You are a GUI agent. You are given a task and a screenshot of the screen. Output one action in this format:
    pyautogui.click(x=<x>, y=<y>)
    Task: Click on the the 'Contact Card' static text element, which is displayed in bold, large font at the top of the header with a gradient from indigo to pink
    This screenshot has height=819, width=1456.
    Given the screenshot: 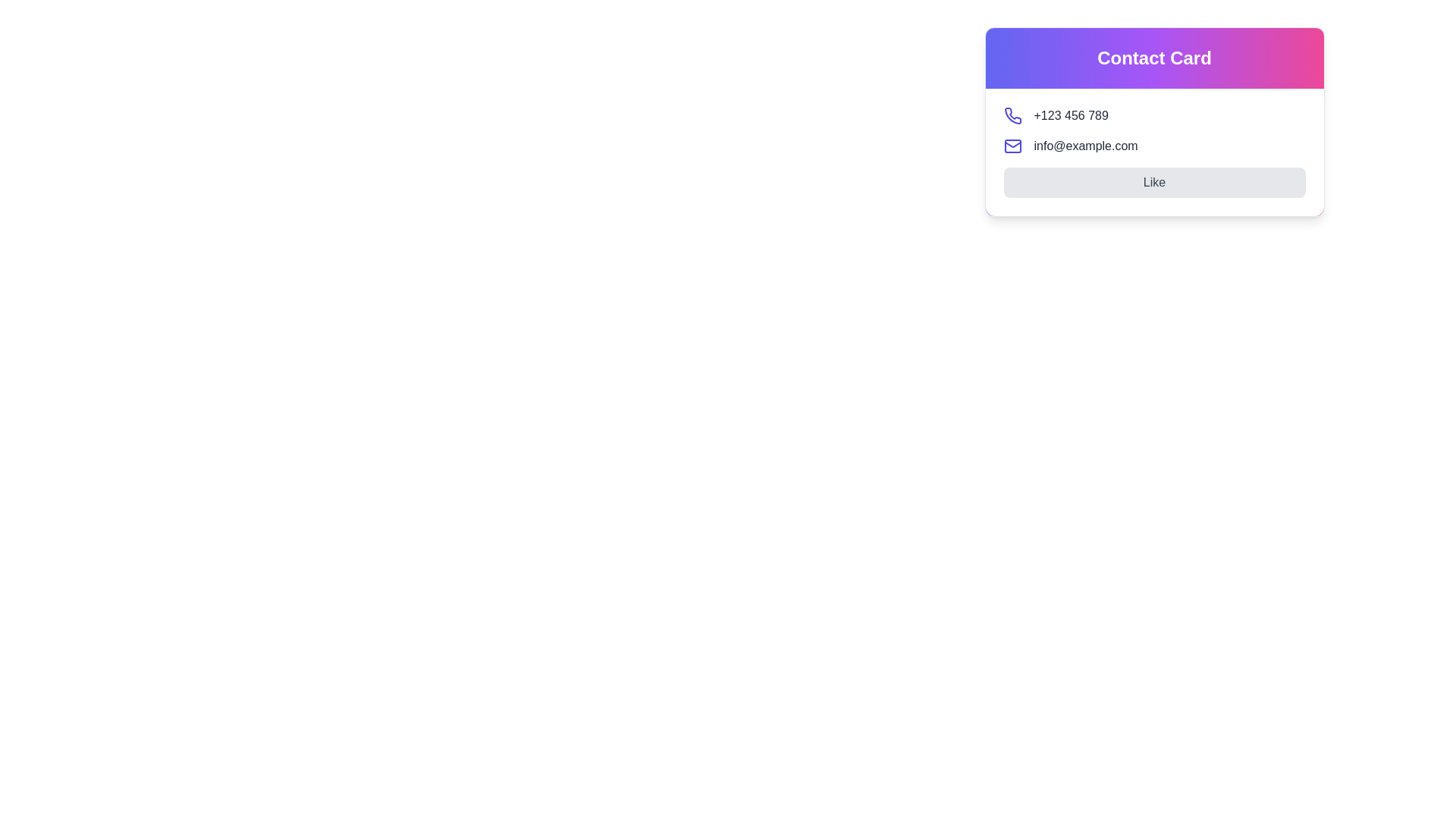 What is the action you would take?
    pyautogui.click(x=1153, y=58)
    